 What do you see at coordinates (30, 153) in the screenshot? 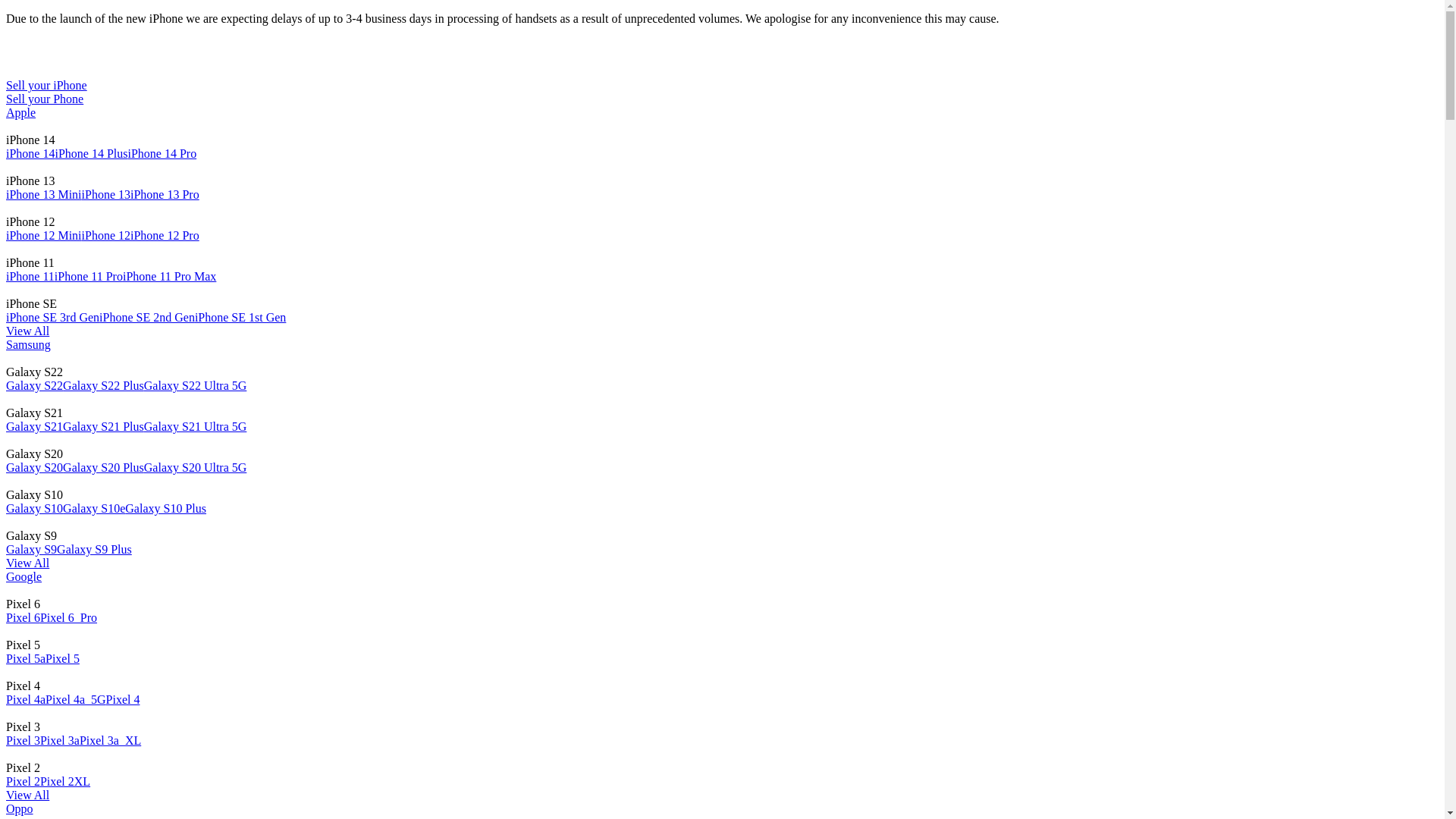
I see `'iPhone 14'` at bounding box center [30, 153].